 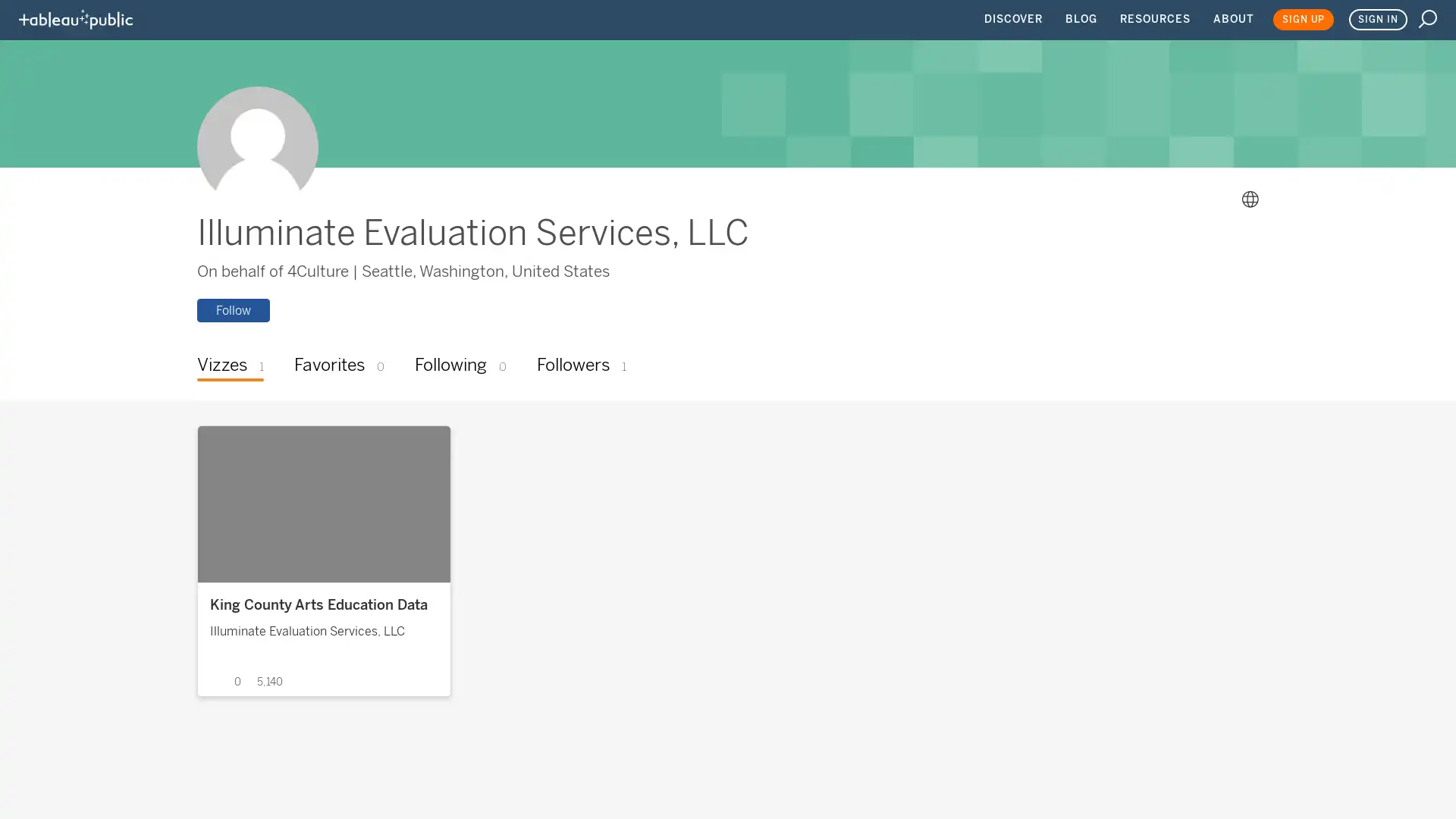 What do you see at coordinates (459, 366) in the screenshot?
I see `Following 0` at bounding box center [459, 366].